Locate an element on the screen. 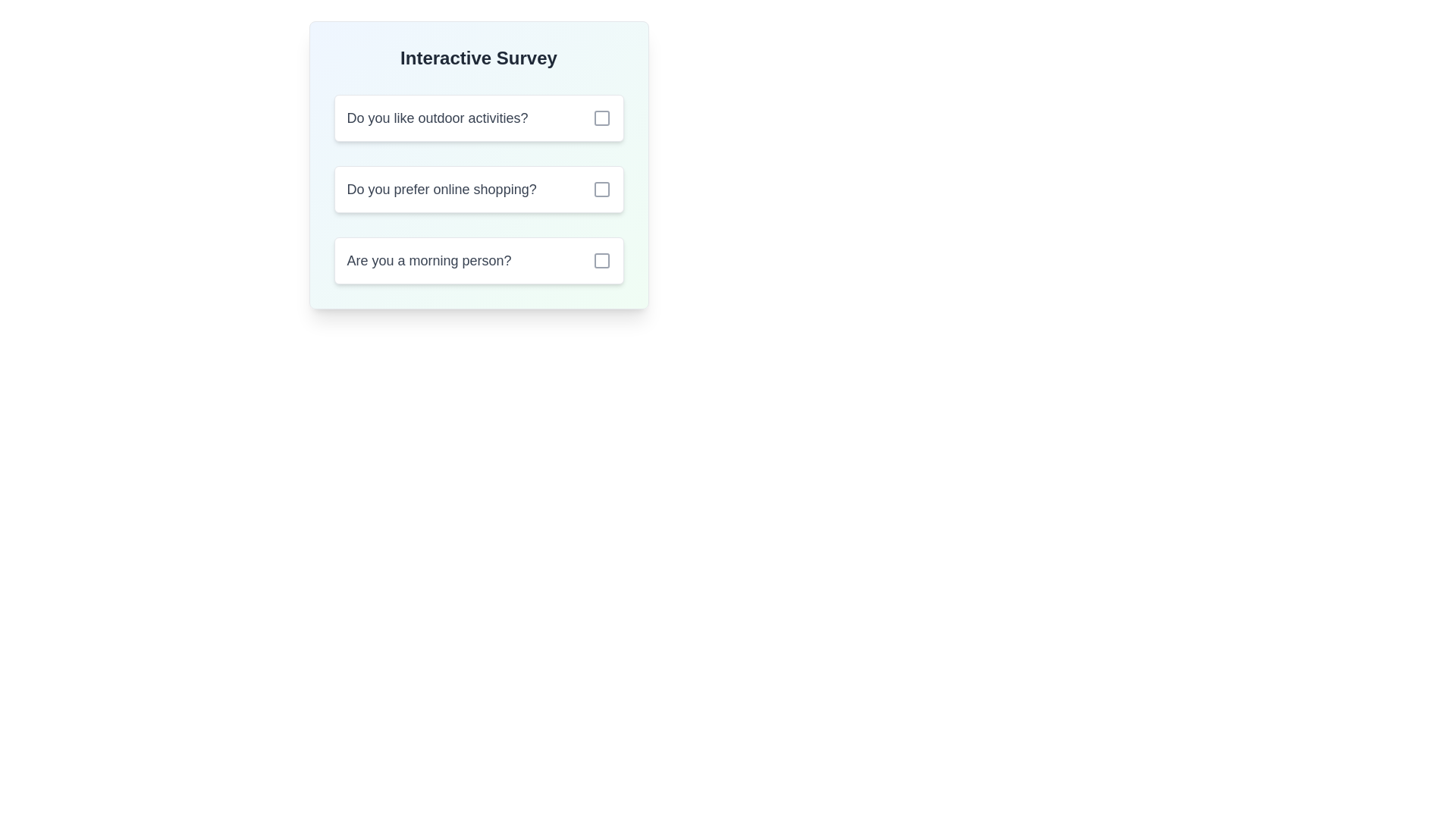 Image resolution: width=1456 pixels, height=819 pixels. the checkbox located to the right of the question 'Are you a morning person?' in the survey card, which is the third checkbox in a vertical list of questions is located at coordinates (601, 259).